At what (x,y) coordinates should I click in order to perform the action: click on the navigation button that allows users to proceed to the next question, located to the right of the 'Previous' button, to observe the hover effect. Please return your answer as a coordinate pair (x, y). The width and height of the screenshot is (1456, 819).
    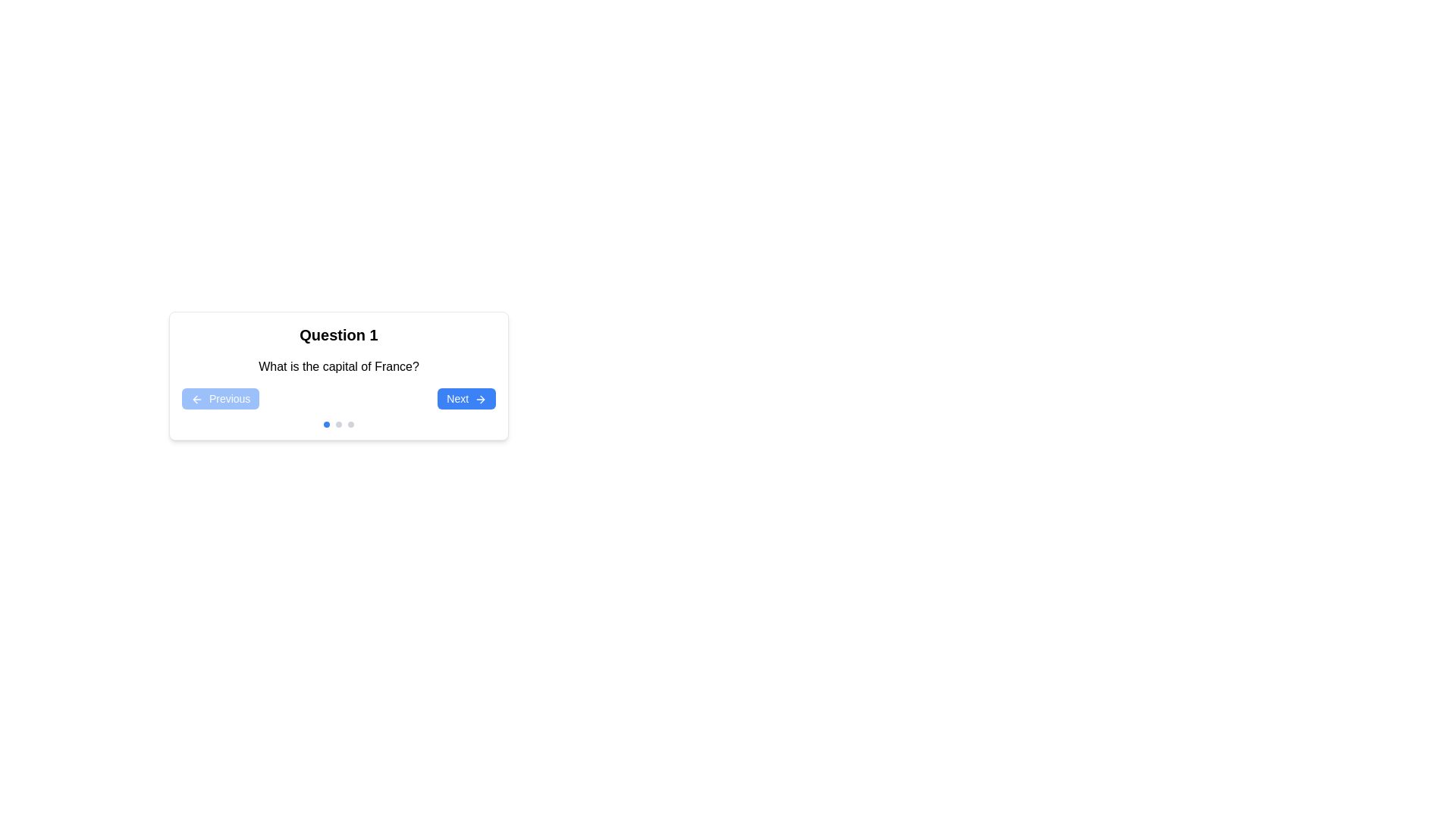
    Looking at the image, I should click on (466, 397).